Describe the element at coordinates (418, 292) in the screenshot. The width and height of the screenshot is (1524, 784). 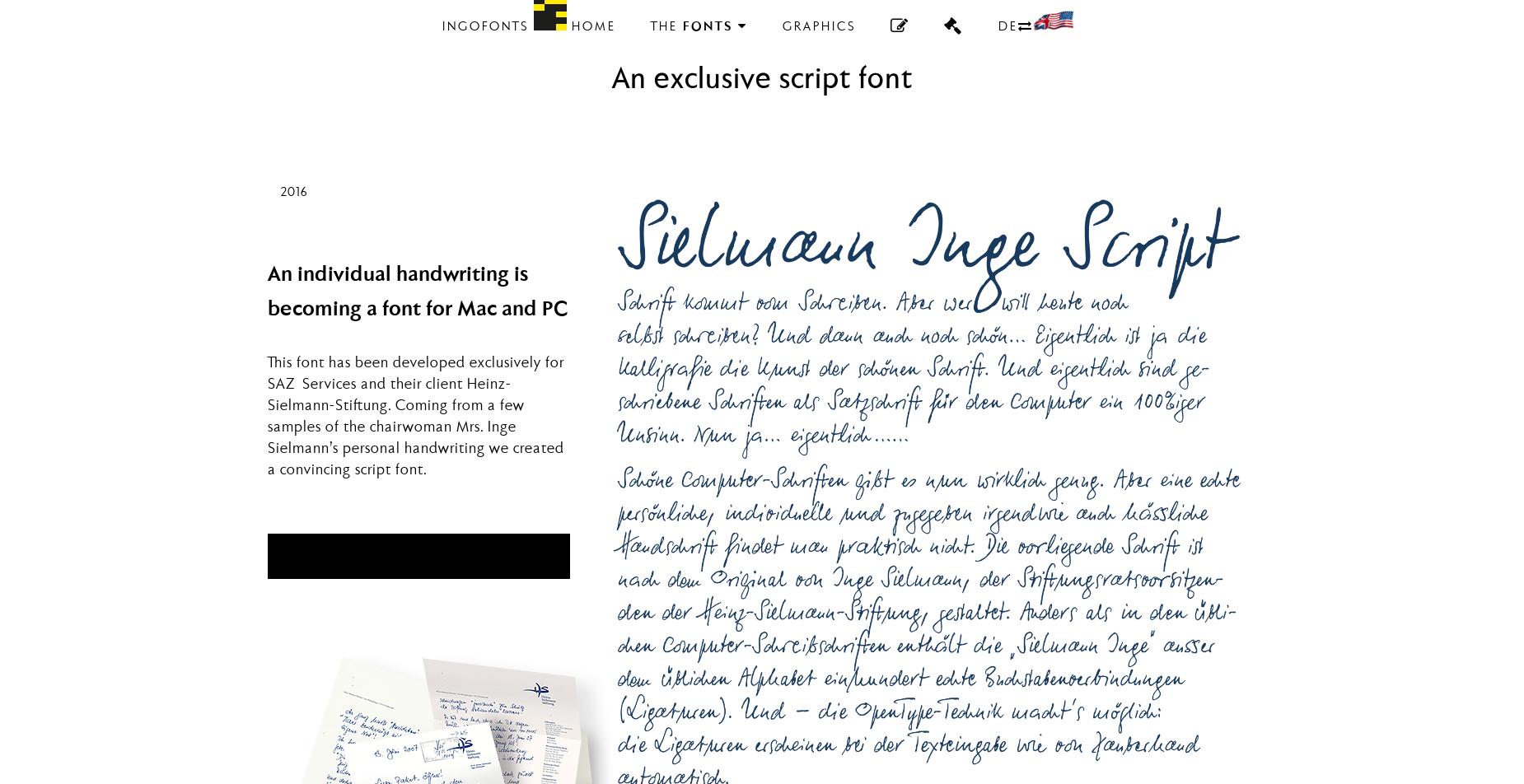
I see `'An individual handwriting is becoming a font for Mac and PC'` at that location.